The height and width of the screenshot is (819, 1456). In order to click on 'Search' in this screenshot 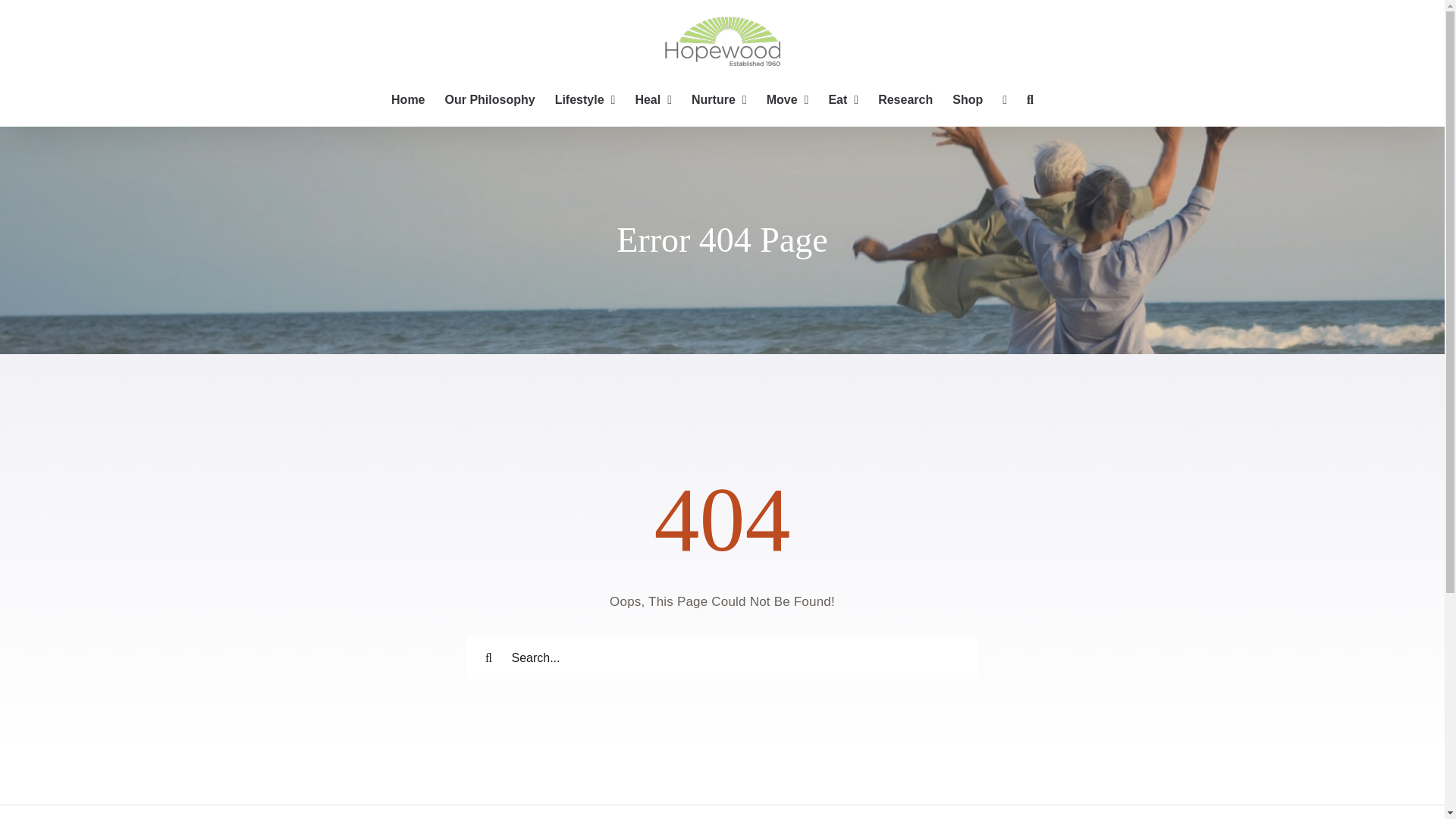, I will do `click(1030, 99)`.